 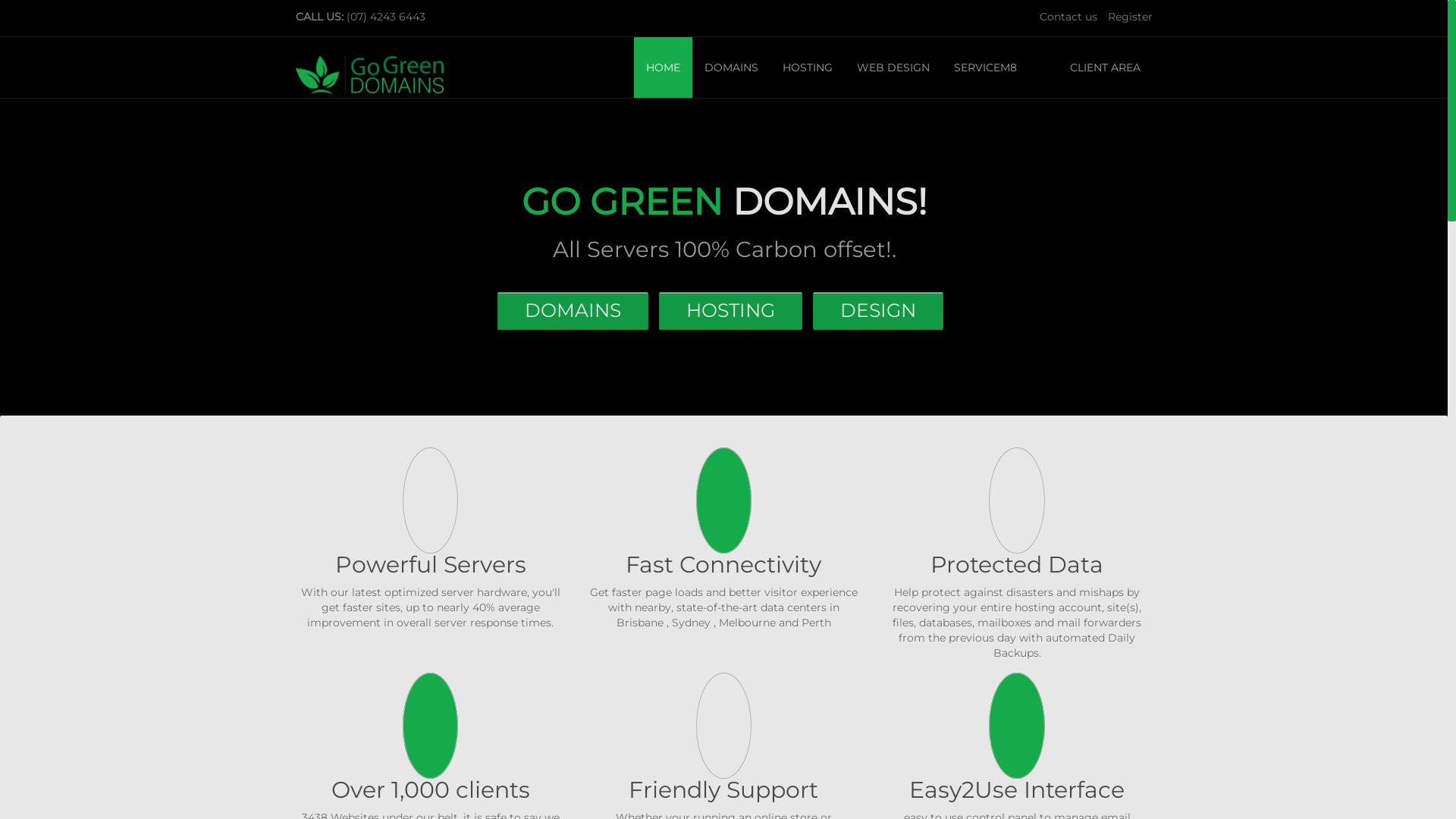 What do you see at coordinates (881, 309) in the screenshot?
I see `'DESIGN'` at bounding box center [881, 309].